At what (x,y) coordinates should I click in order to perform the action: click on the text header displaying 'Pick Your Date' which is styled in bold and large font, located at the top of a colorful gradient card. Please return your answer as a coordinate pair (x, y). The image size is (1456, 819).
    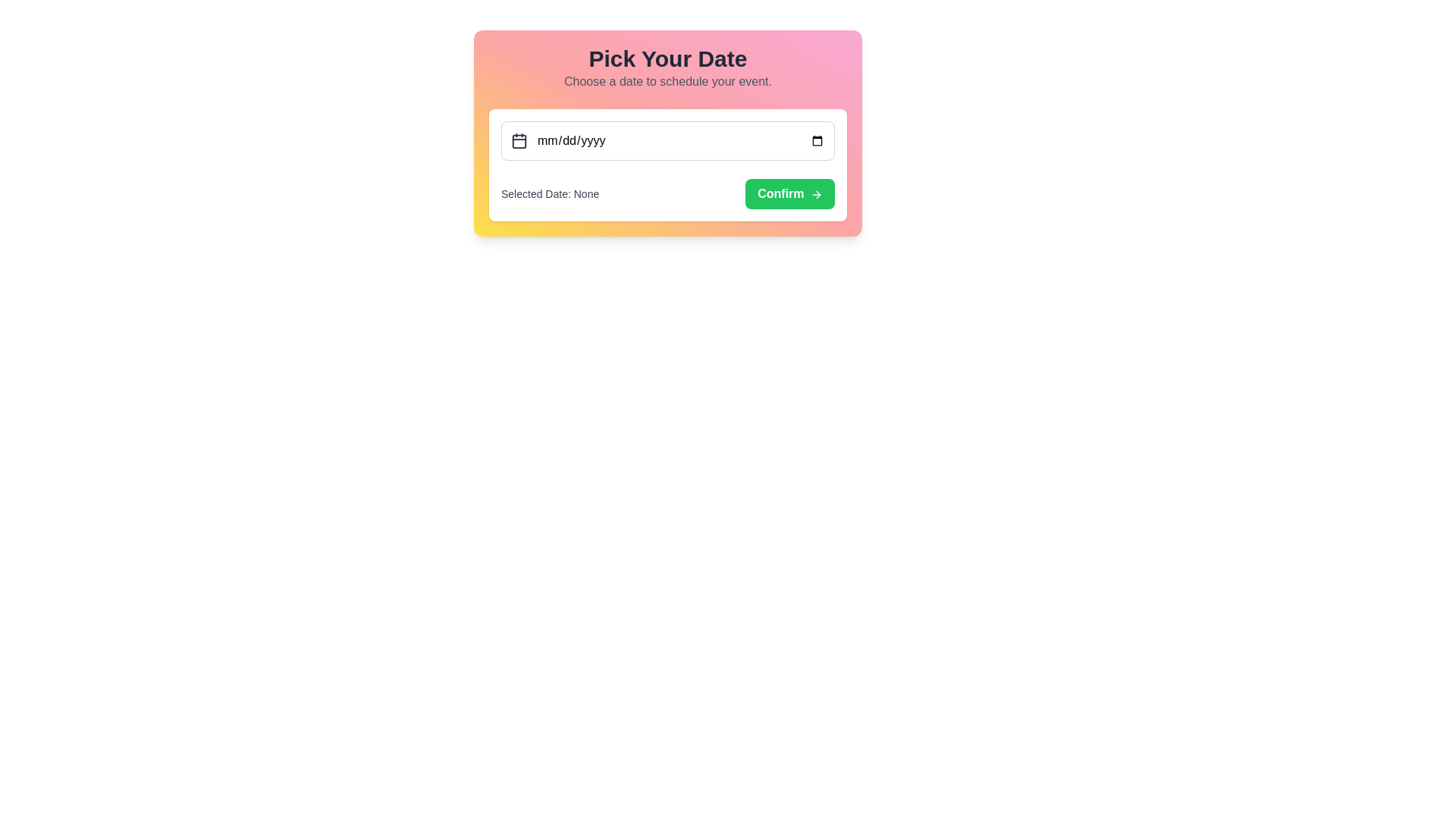
    Looking at the image, I should click on (667, 58).